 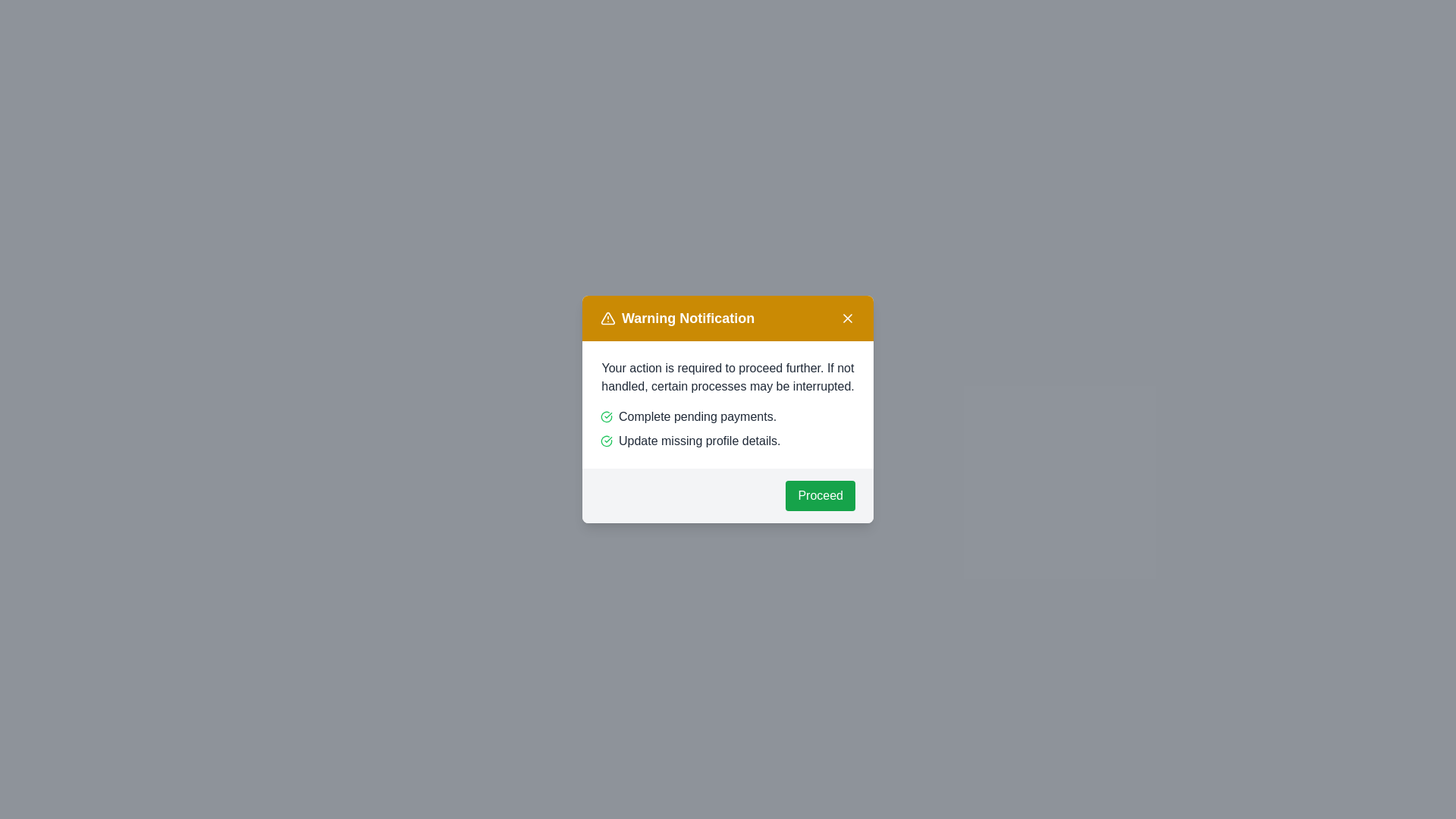 What do you see at coordinates (728, 376) in the screenshot?
I see `warning message displayed in the Text Block located inside the notification message box, directly below the header labeled 'Warning Notification'` at bounding box center [728, 376].